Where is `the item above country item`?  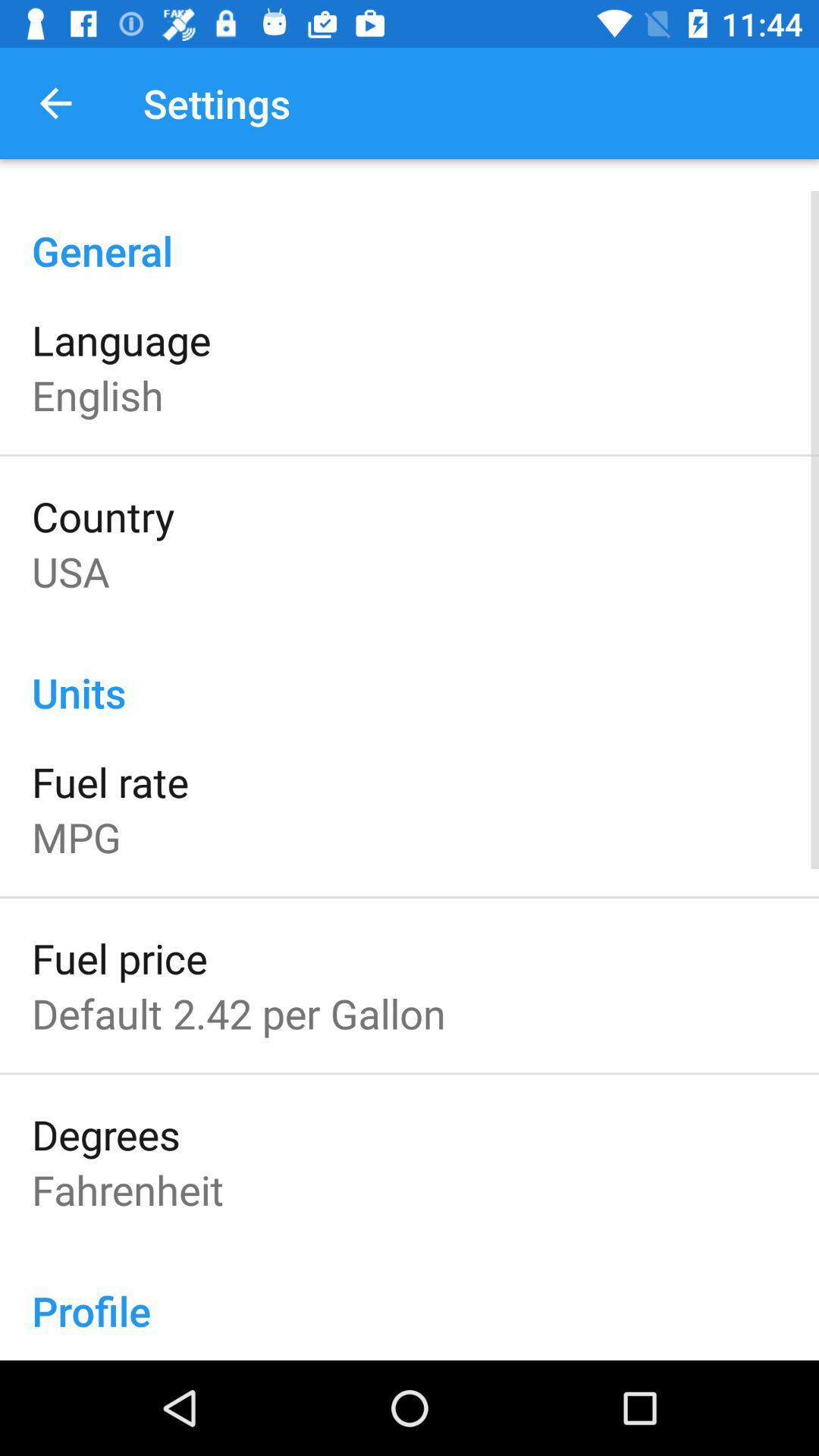 the item above country item is located at coordinates (97, 394).